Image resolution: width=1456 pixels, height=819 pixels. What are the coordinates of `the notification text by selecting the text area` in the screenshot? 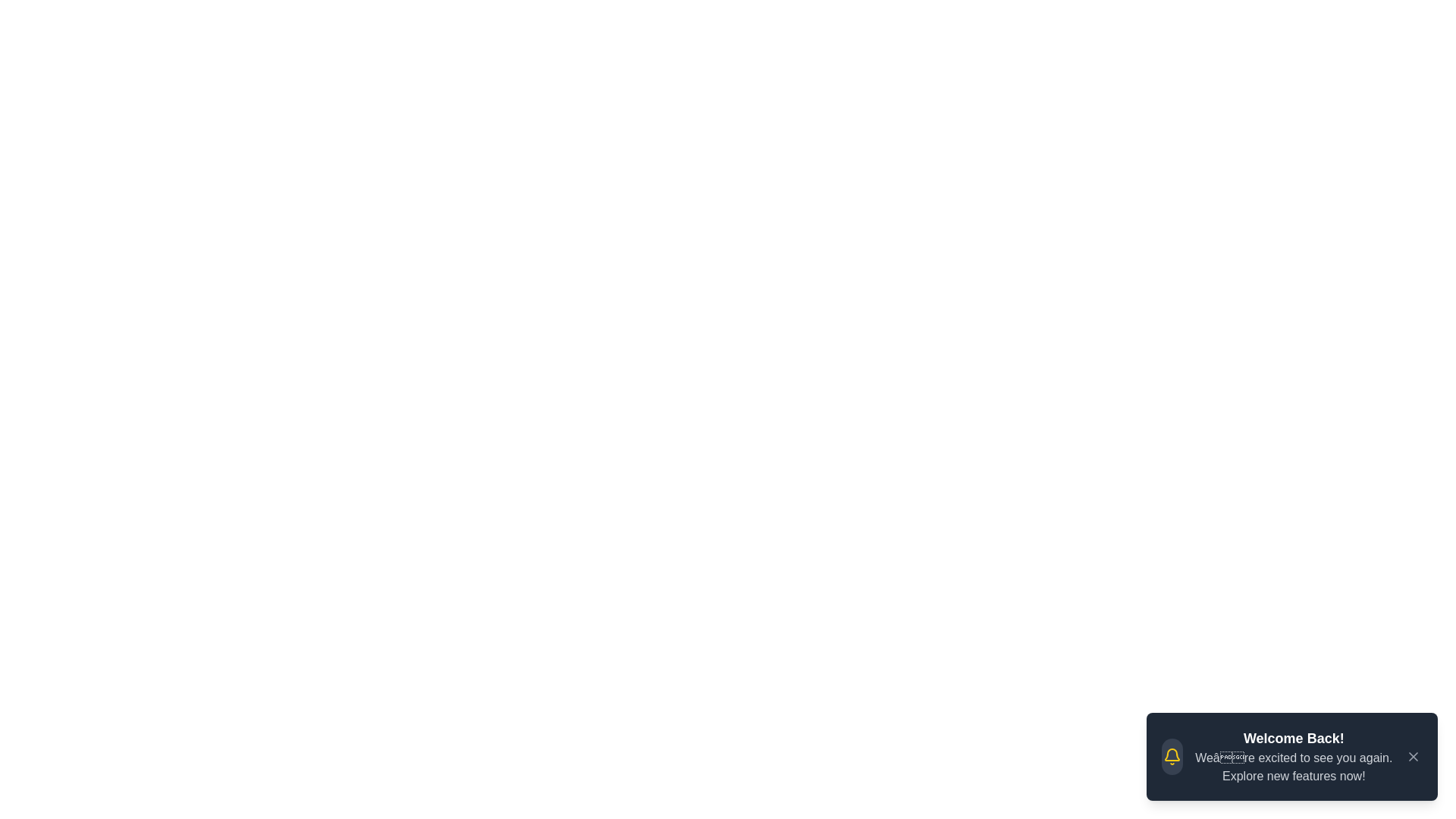 It's located at (1193, 727).